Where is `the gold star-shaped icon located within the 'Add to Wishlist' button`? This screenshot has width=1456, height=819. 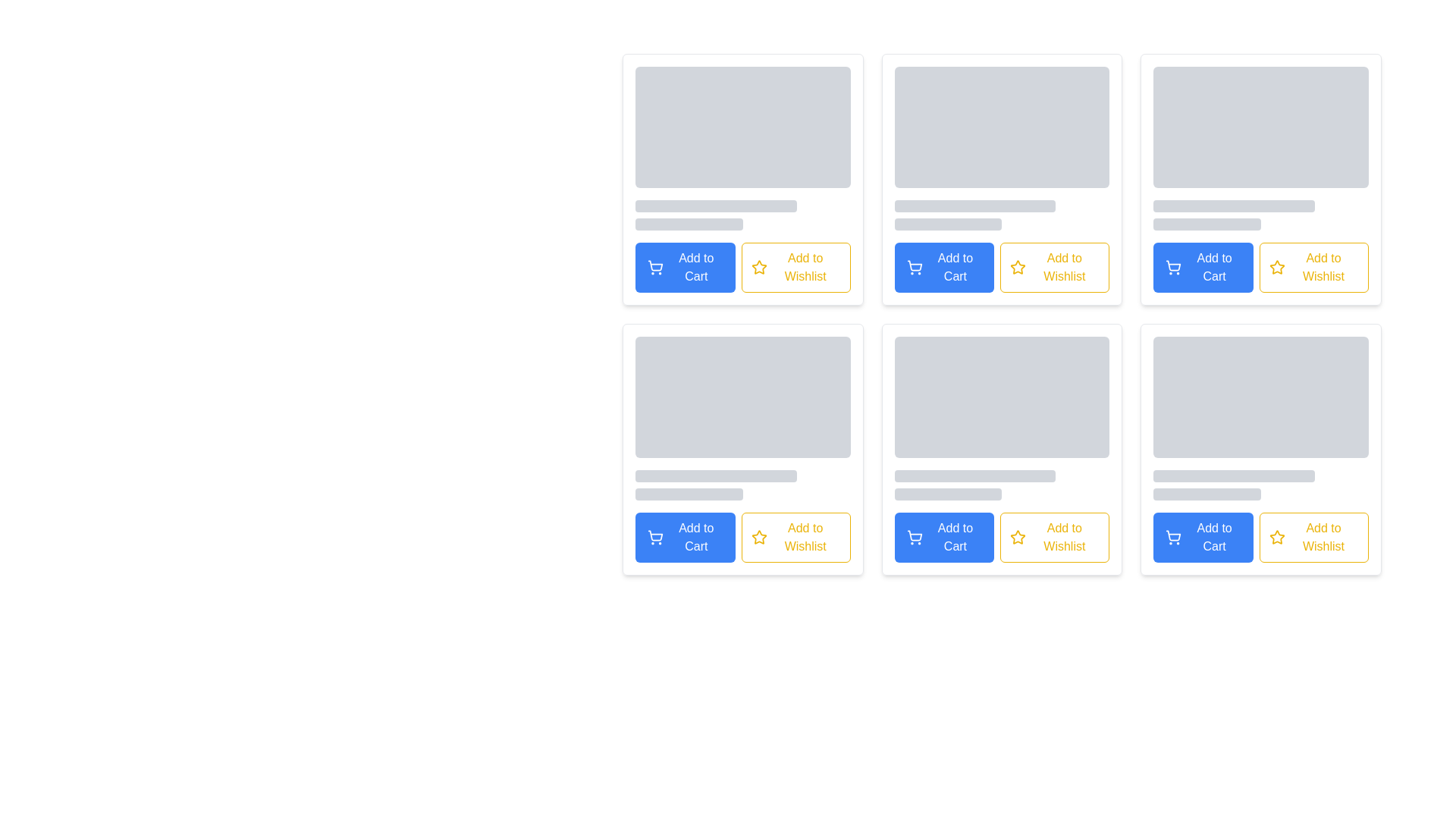
the gold star-shaped icon located within the 'Add to Wishlist' button is located at coordinates (1276, 266).